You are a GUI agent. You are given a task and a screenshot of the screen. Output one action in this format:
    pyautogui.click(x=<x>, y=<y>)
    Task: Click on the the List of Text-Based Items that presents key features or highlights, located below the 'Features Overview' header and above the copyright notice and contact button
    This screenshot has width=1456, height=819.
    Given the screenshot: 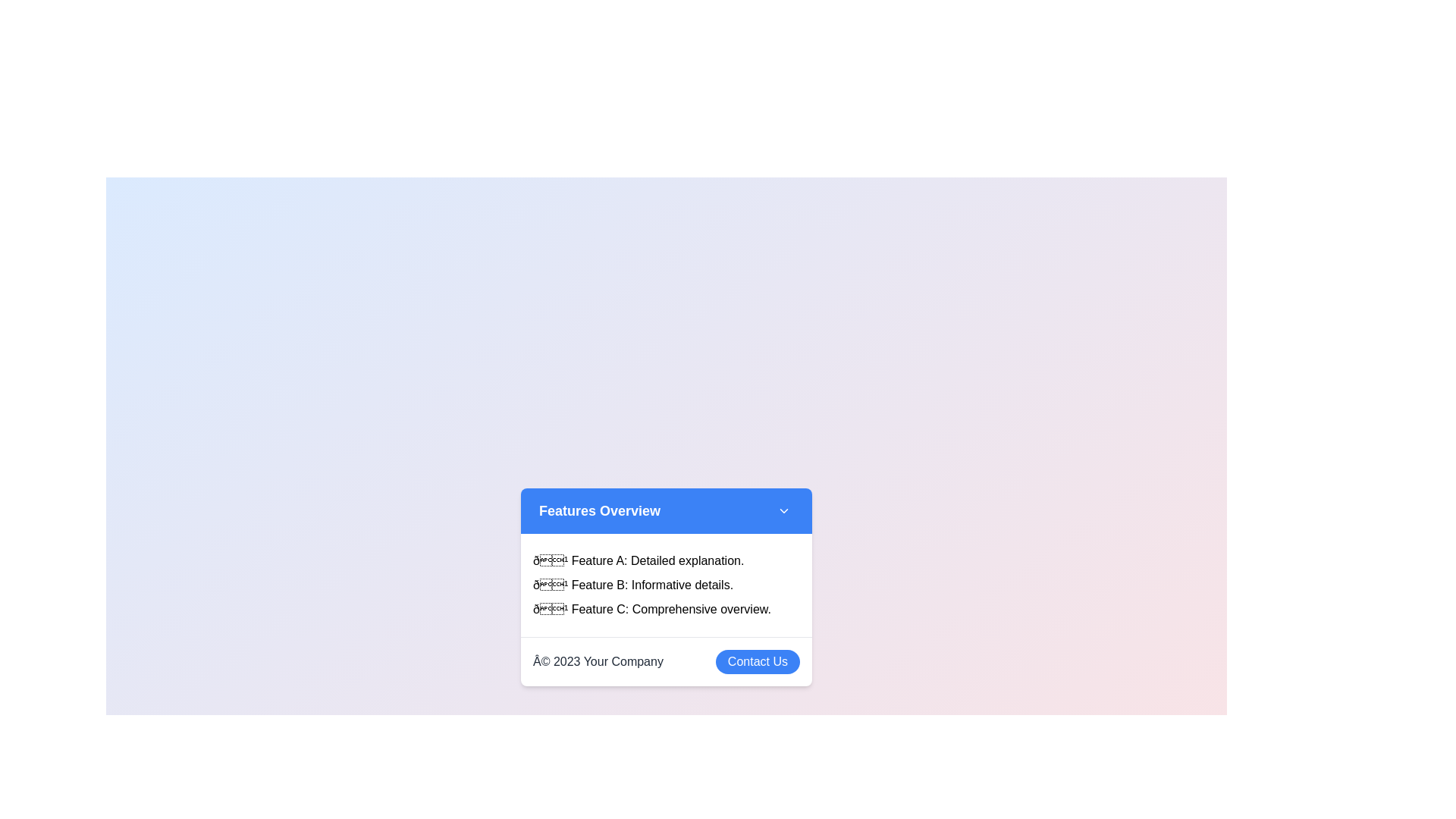 What is the action you would take?
    pyautogui.click(x=666, y=584)
    